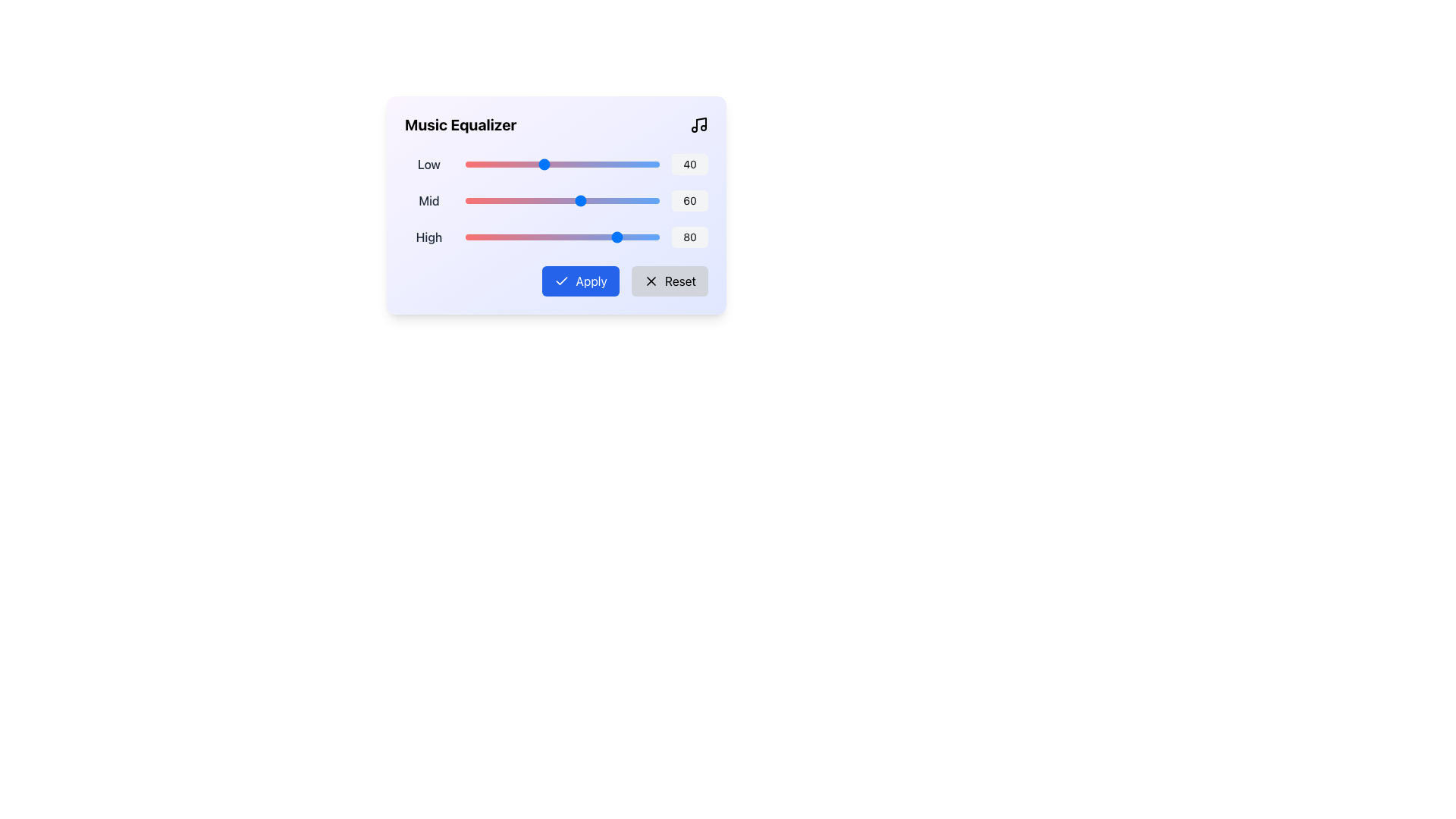 Image resolution: width=1456 pixels, height=819 pixels. Describe the element at coordinates (537, 237) in the screenshot. I see `the 'High' audio frequency` at that location.